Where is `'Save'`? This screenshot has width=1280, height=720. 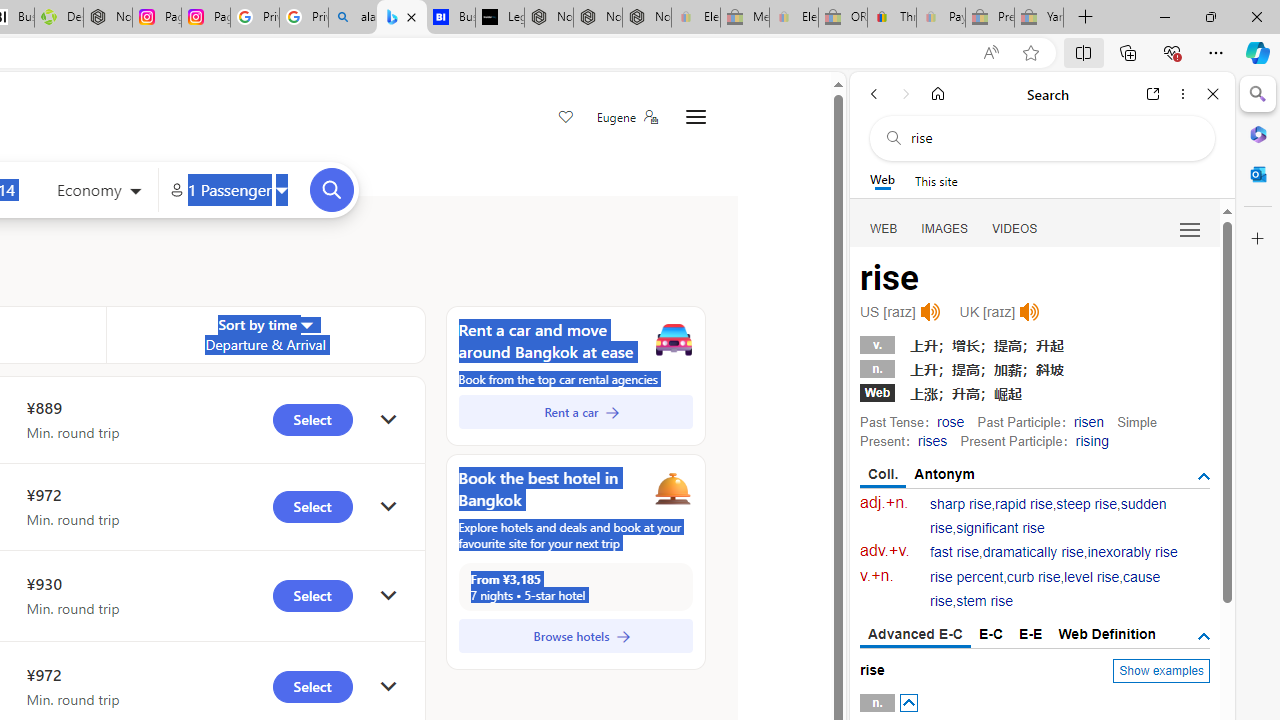
'Save' is located at coordinates (564, 118).